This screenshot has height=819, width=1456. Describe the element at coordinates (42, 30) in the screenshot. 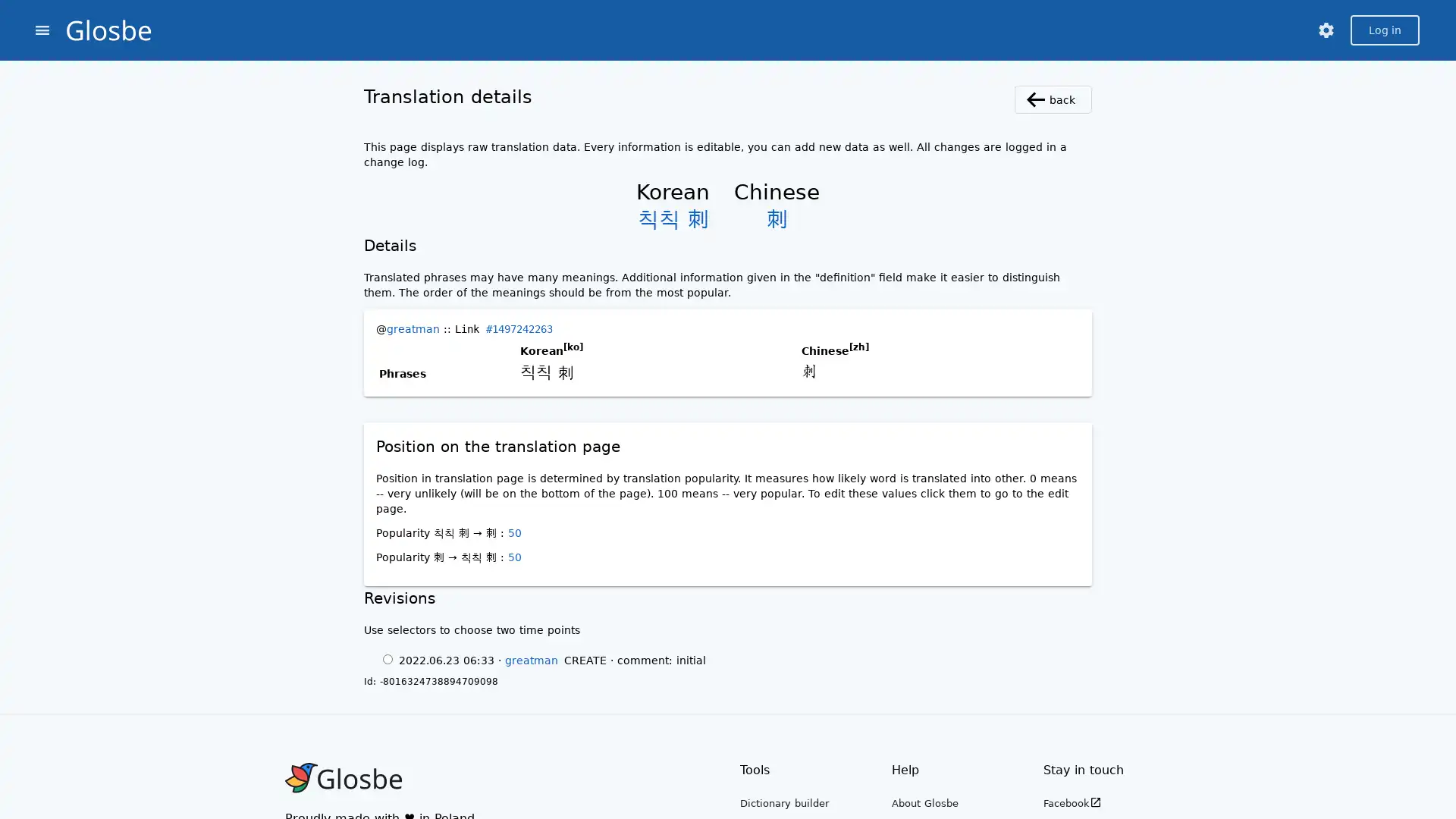

I see `menu` at that location.